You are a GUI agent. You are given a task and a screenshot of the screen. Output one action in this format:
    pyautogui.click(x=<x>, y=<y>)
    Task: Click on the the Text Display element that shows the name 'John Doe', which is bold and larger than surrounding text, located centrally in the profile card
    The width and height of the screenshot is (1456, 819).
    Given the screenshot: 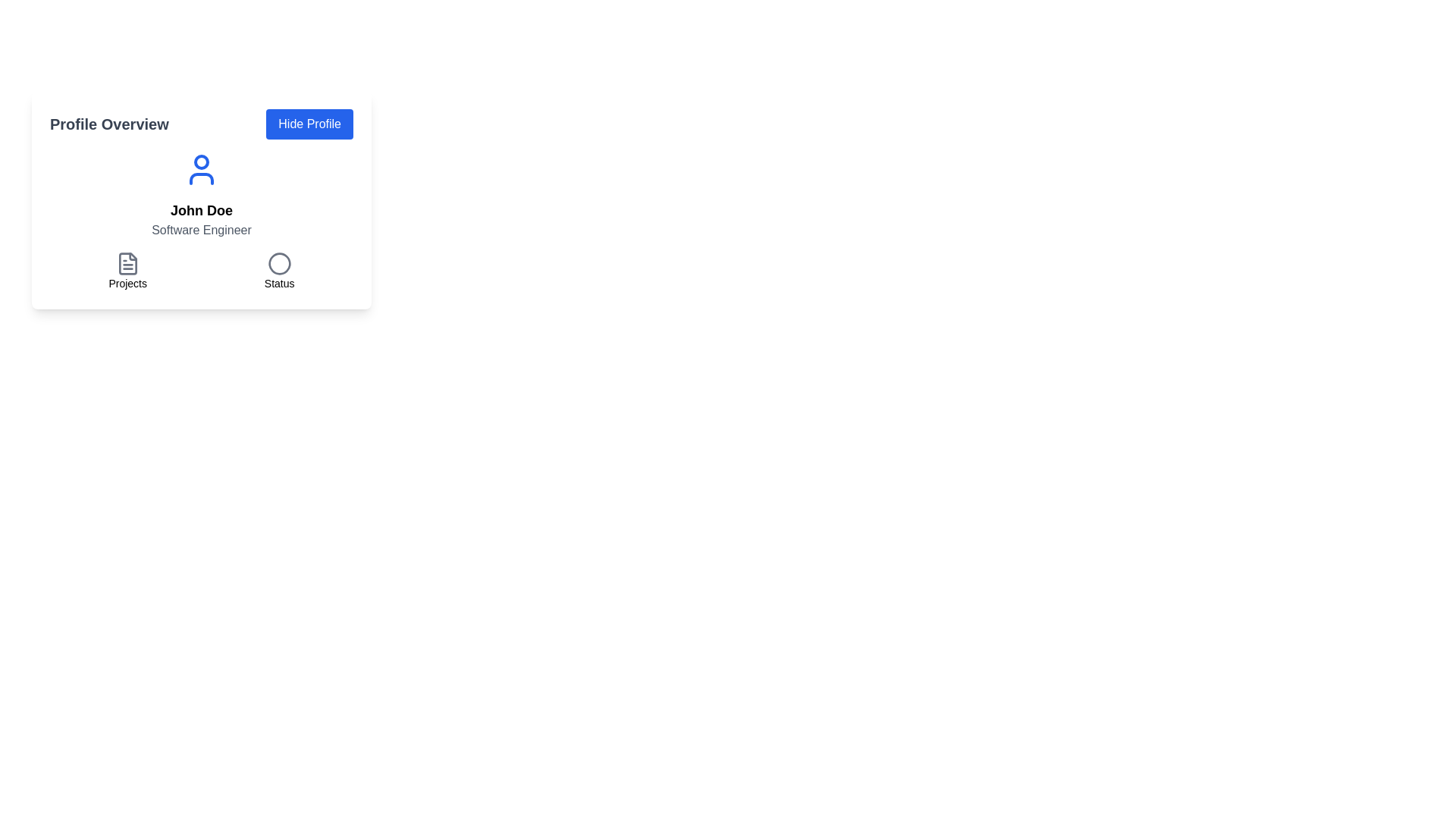 What is the action you would take?
    pyautogui.click(x=200, y=210)
    